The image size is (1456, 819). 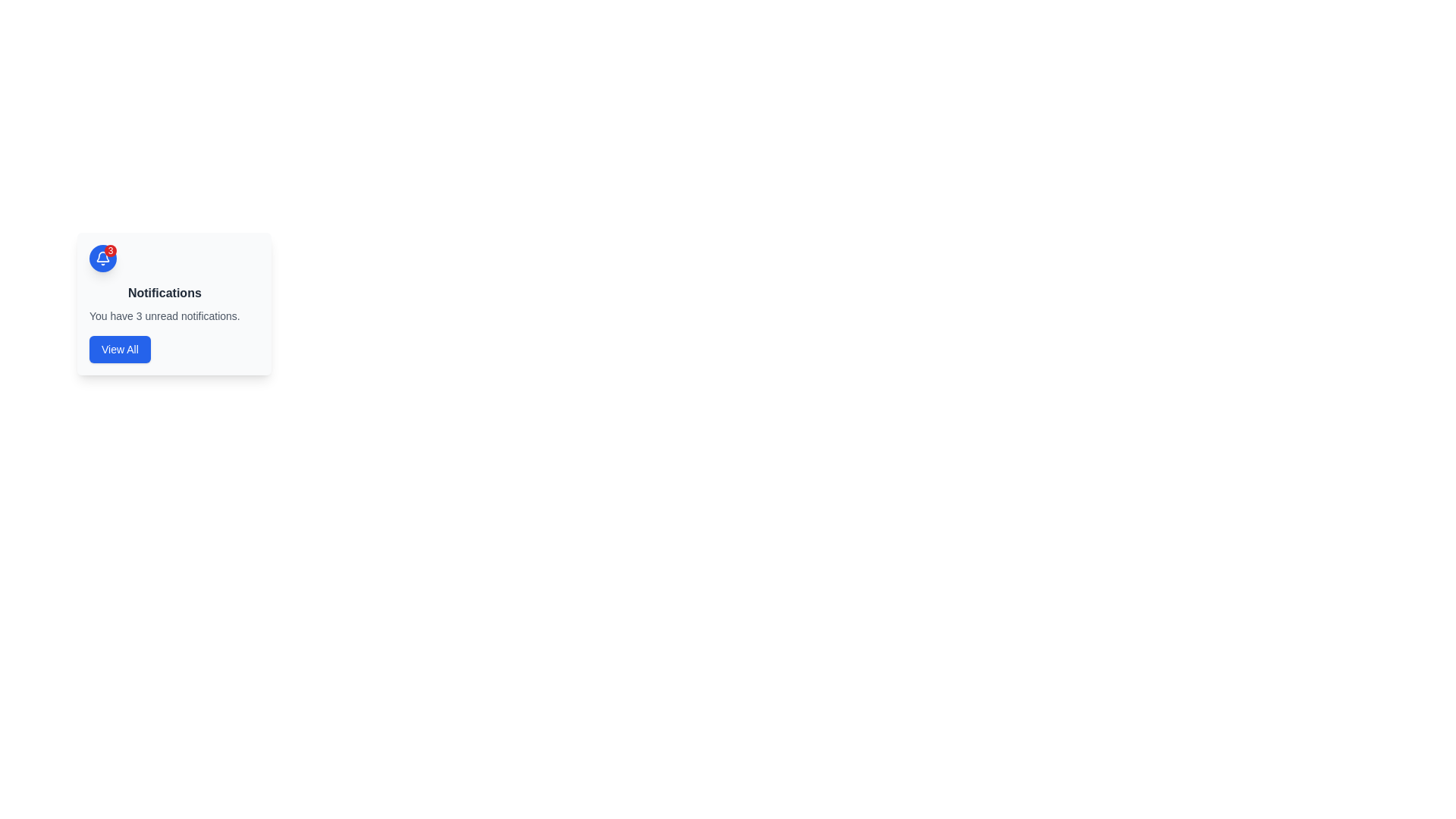 I want to click on on the small circular notification badge with a red background located at the top-right corner of the blue circular icon containing a white bell symbol, so click(x=102, y=257).